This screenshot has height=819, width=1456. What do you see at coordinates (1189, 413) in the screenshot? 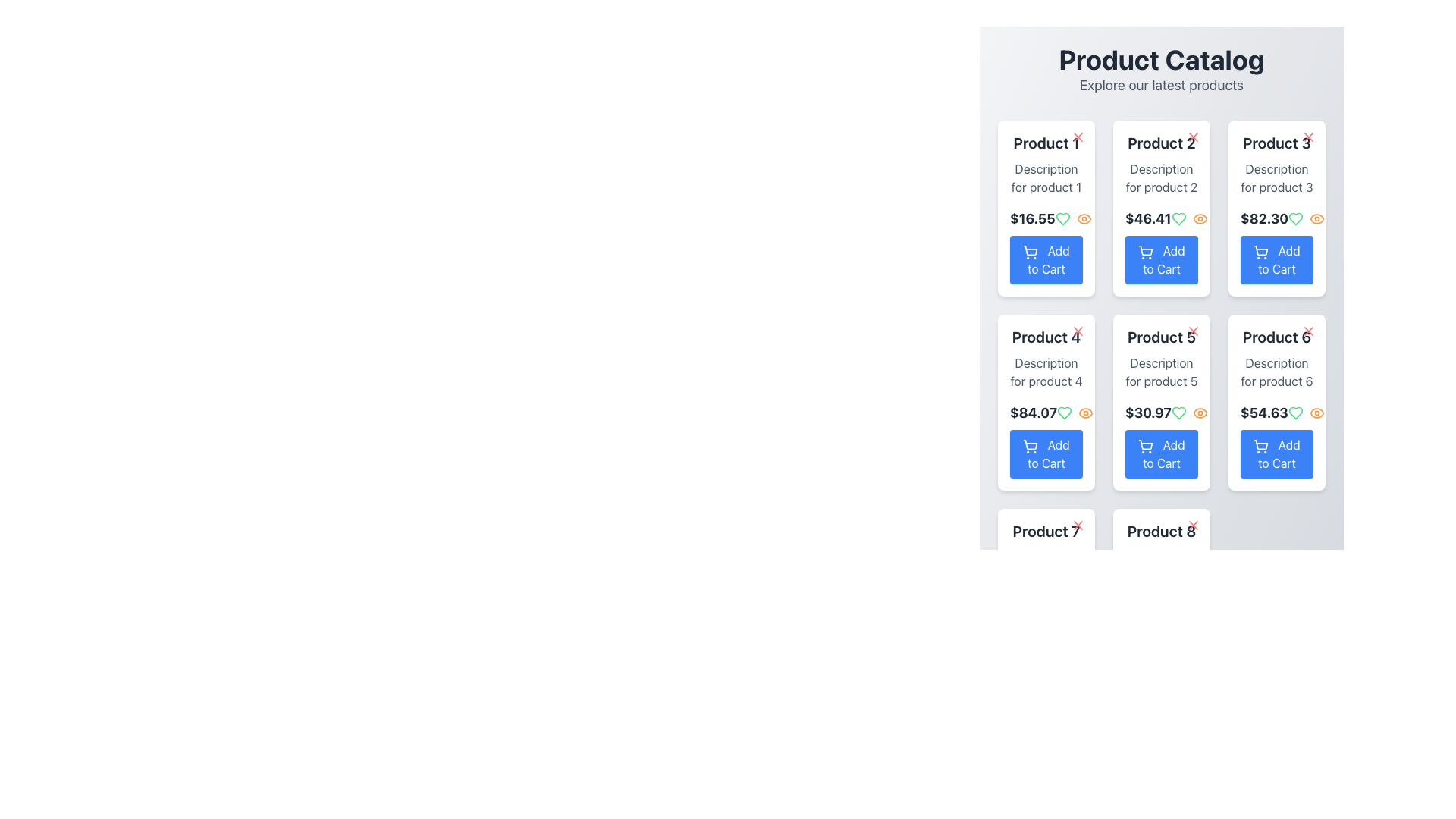
I see `the eye icon in the icon group located below the price label '$30.97' and above the 'Add to Cart' button for Product 5` at bounding box center [1189, 413].